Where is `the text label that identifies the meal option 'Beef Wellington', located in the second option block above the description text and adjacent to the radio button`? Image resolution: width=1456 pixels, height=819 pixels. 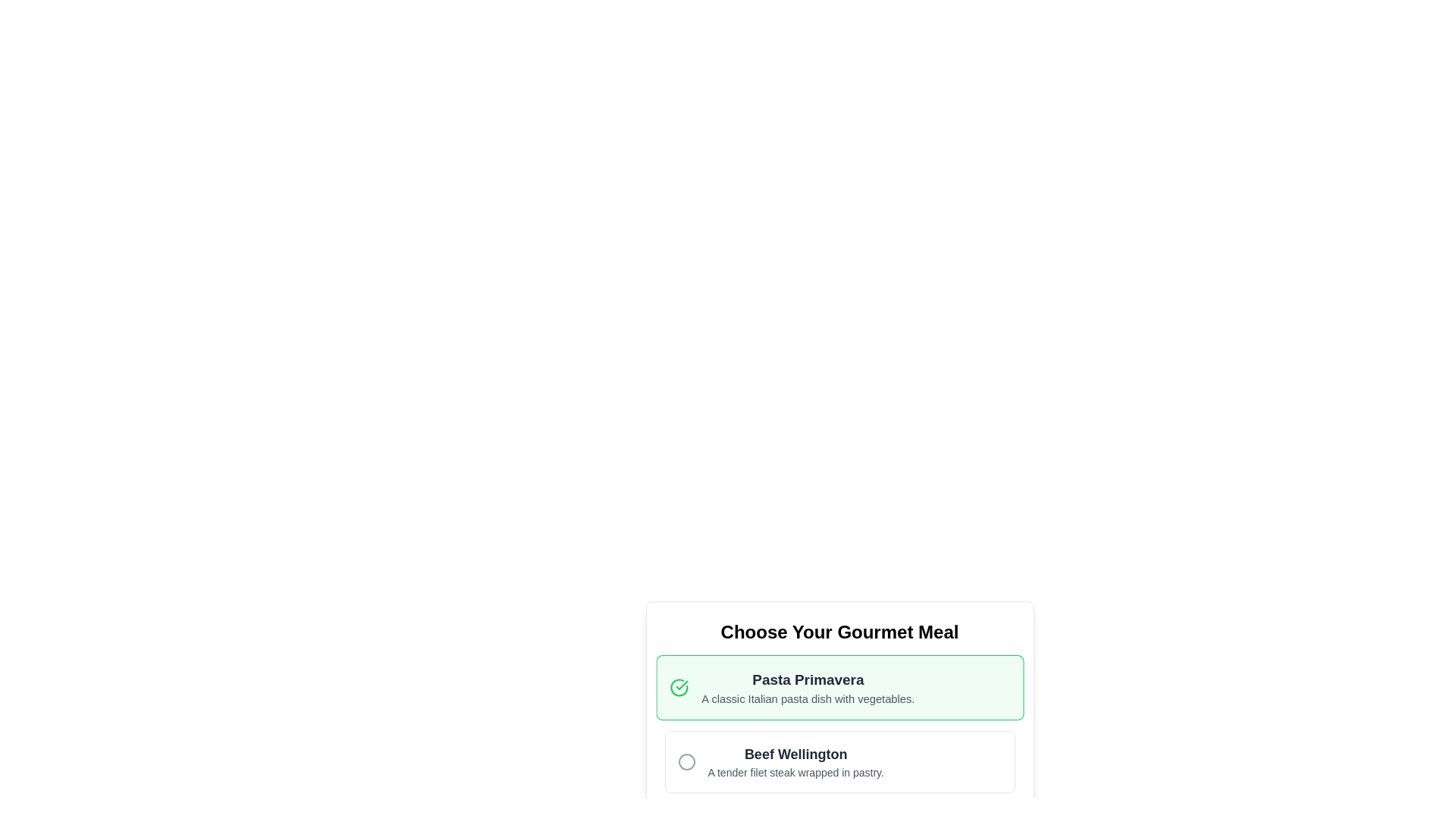 the text label that identifies the meal option 'Beef Wellington', located in the second option block above the description text and adjacent to the radio button is located at coordinates (795, 755).